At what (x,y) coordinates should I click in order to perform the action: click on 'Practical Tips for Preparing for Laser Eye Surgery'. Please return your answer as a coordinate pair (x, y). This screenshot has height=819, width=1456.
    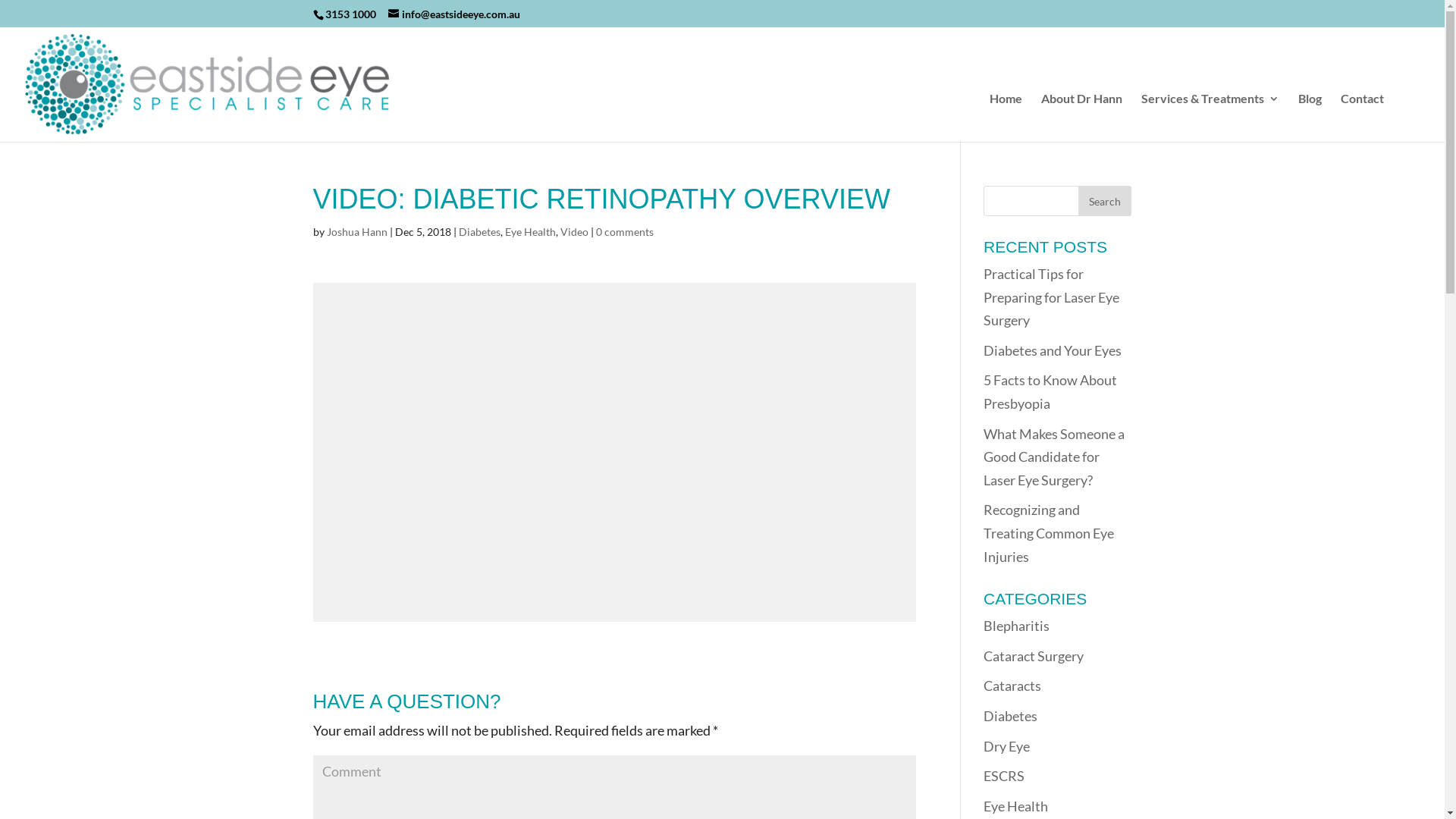
    Looking at the image, I should click on (1050, 297).